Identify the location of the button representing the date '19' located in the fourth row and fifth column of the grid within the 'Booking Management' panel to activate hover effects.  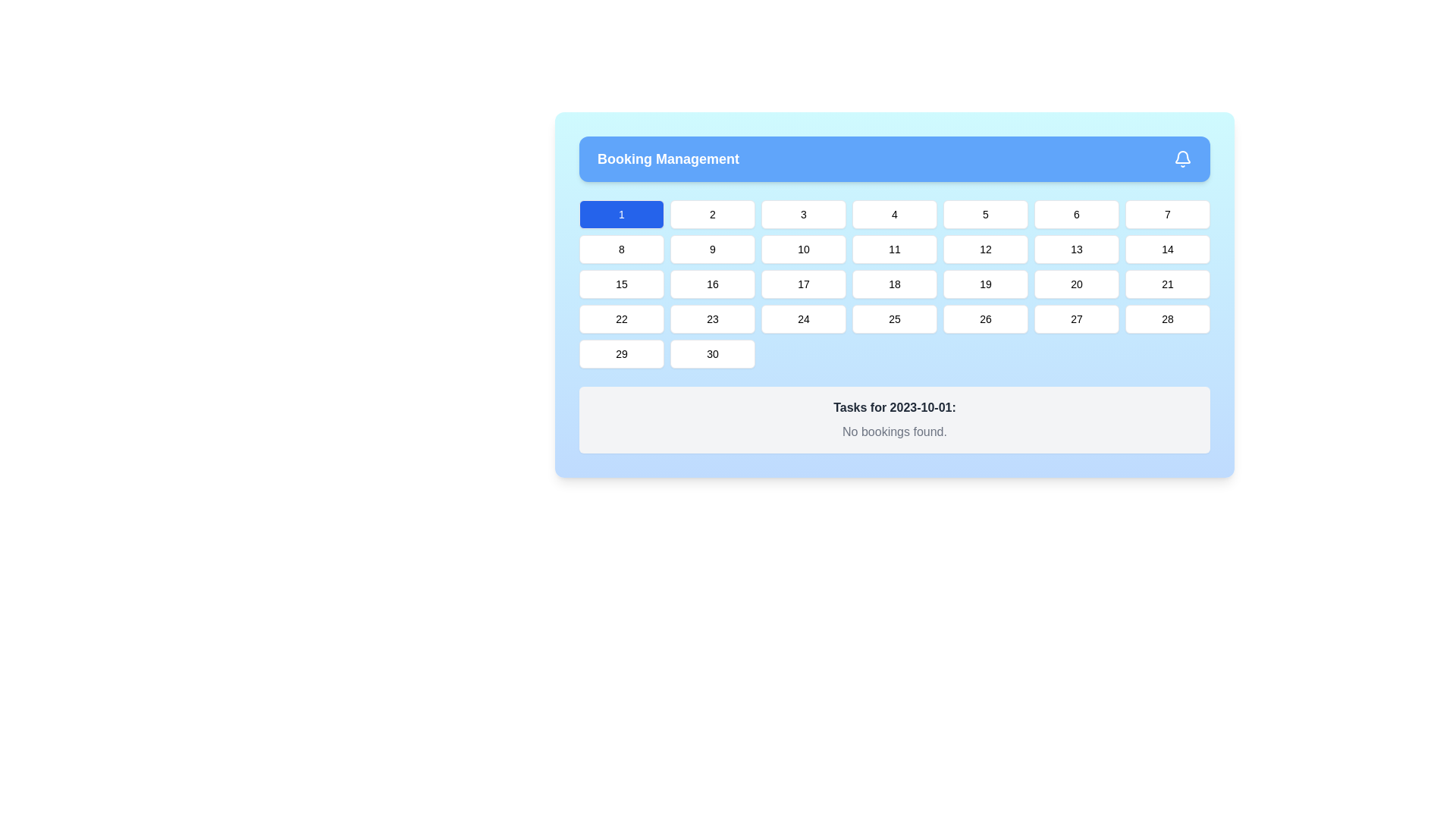
(986, 284).